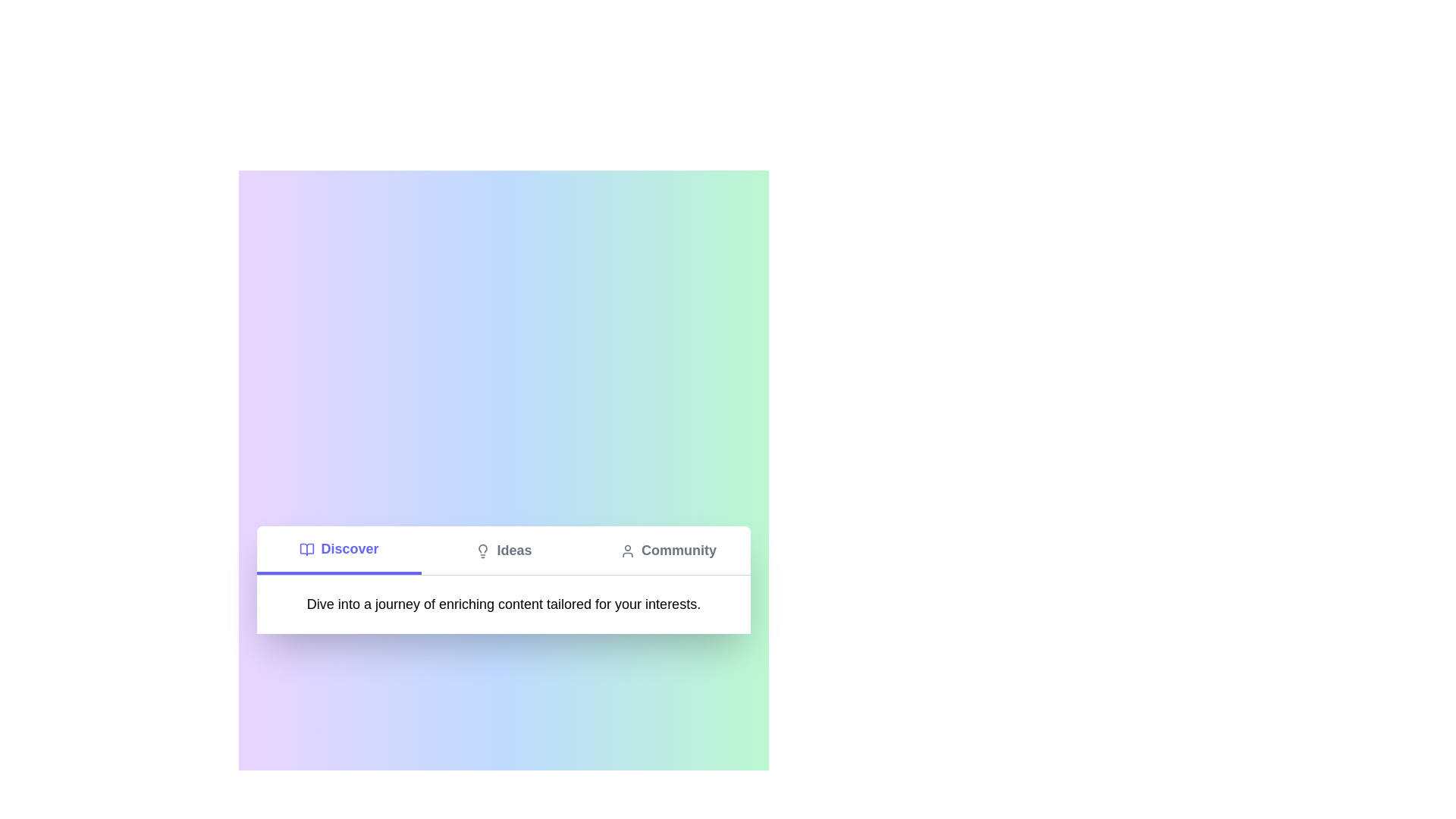  What do you see at coordinates (667, 550) in the screenshot?
I see `the Community tab in the InteractivePanel` at bounding box center [667, 550].